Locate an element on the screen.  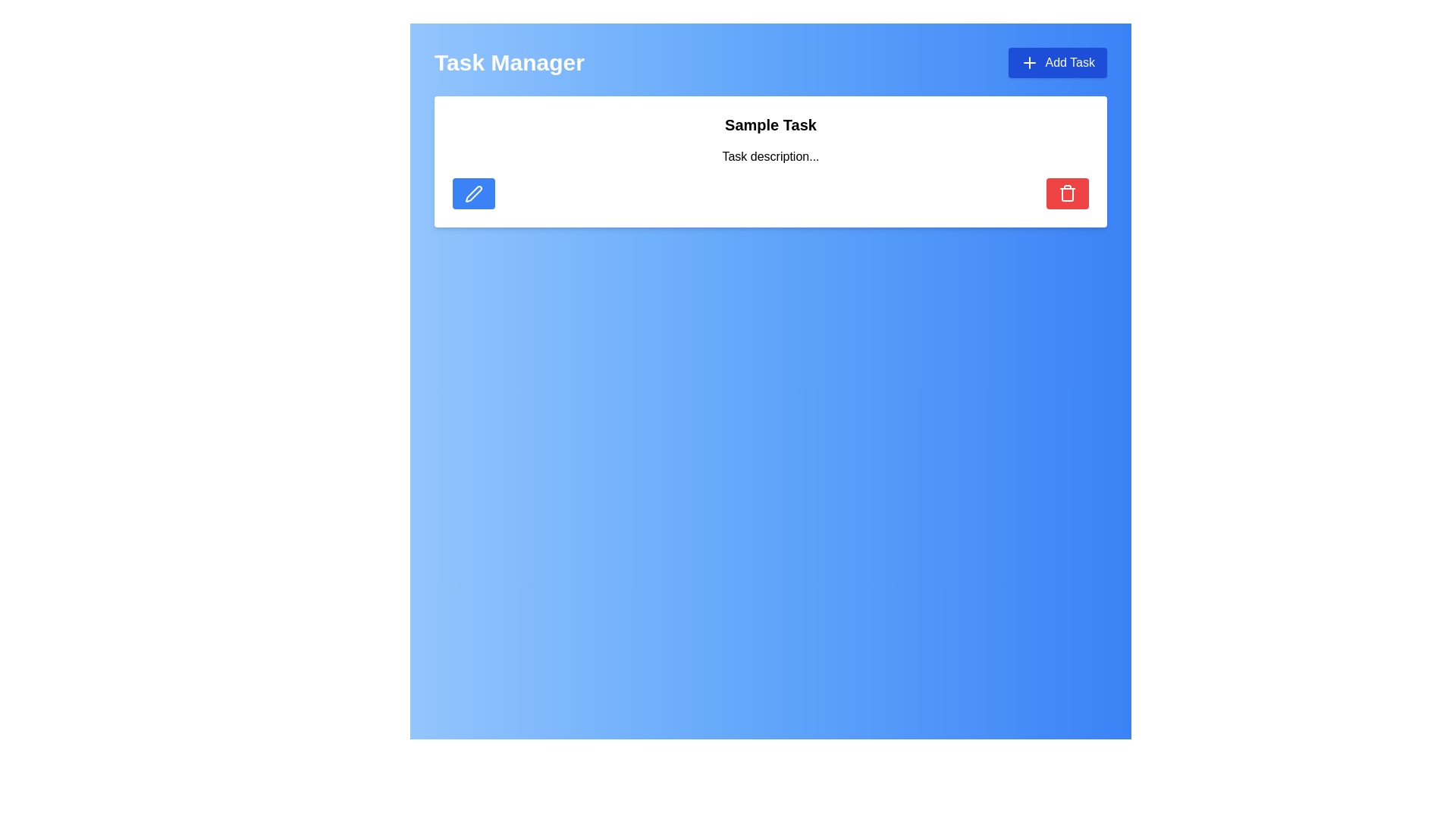
the pen icon located within the button on the left side of the task panel is located at coordinates (472, 192).